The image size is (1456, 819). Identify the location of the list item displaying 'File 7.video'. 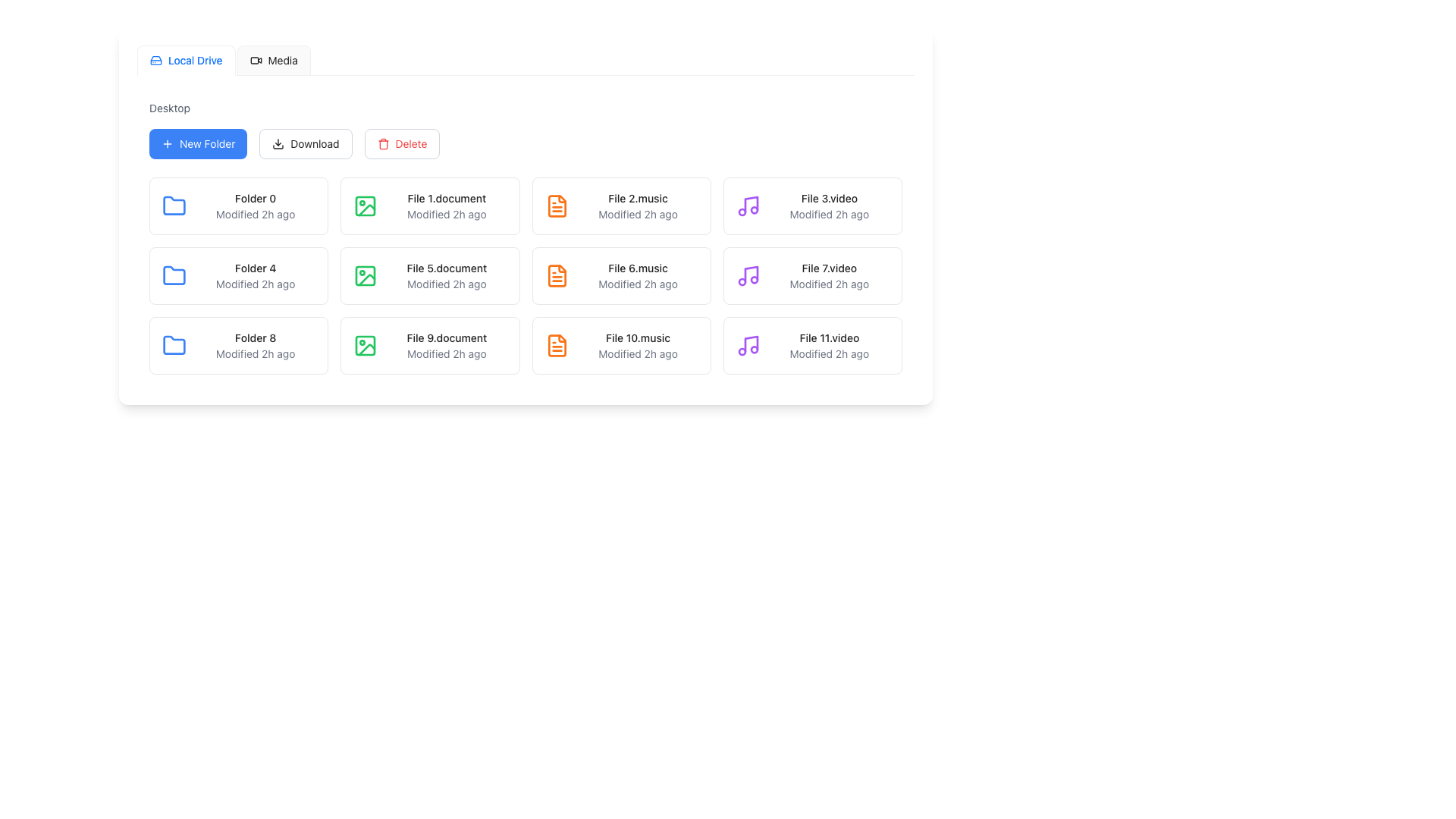
(828, 275).